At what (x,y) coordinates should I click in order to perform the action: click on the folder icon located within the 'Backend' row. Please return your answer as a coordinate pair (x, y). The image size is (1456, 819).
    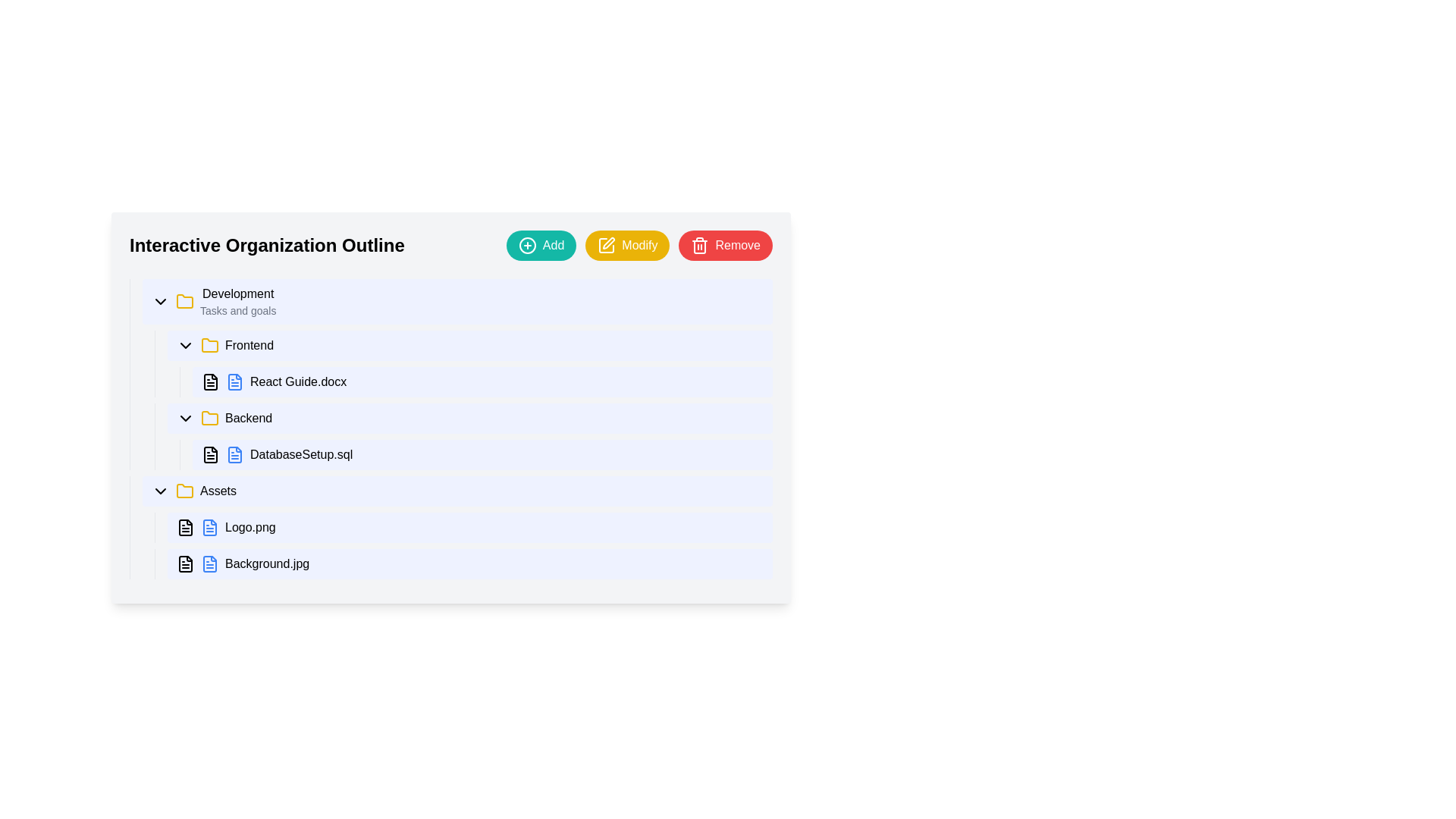
    Looking at the image, I should click on (209, 418).